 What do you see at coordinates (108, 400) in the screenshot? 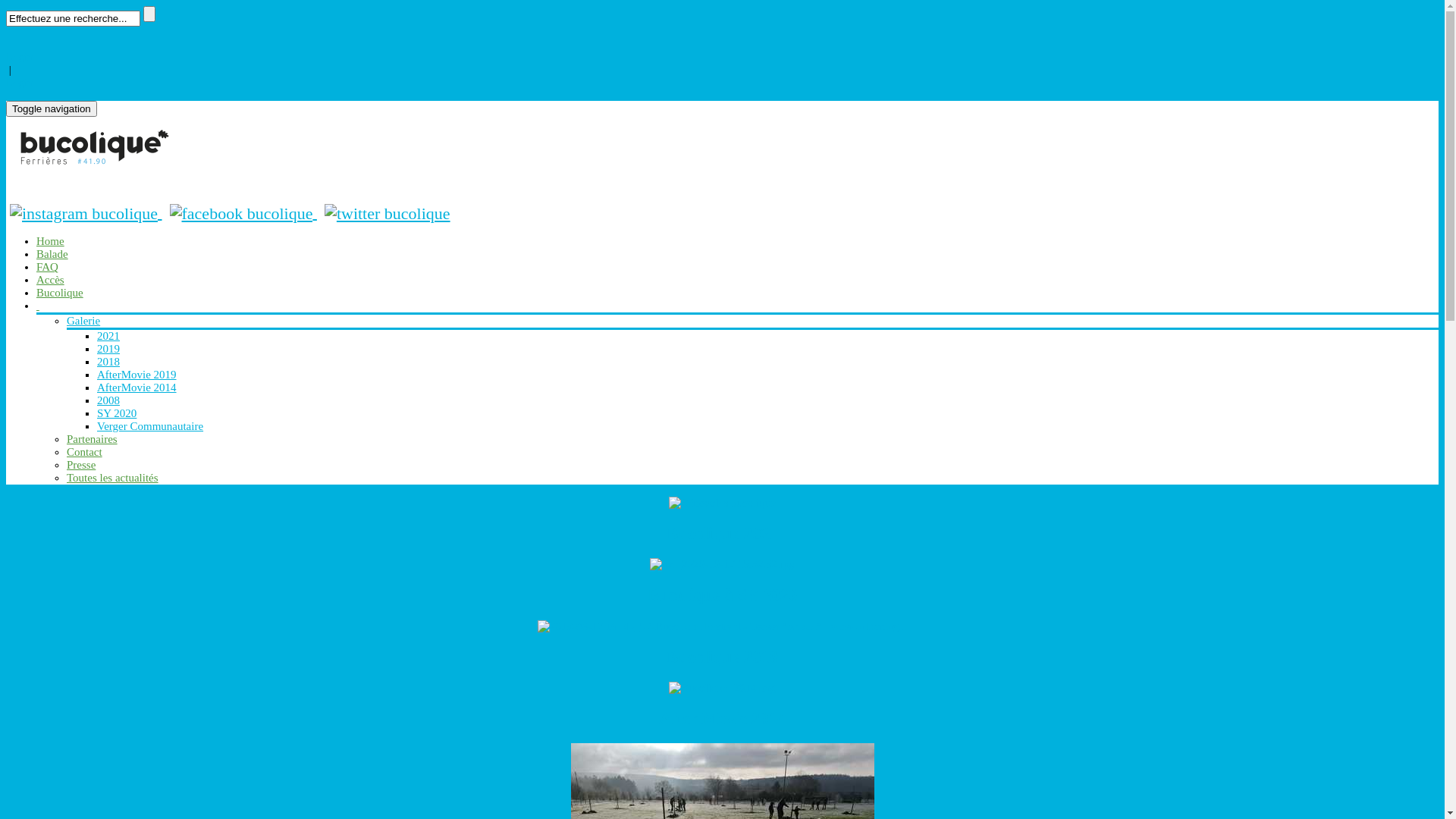
I see `'2008'` at bounding box center [108, 400].